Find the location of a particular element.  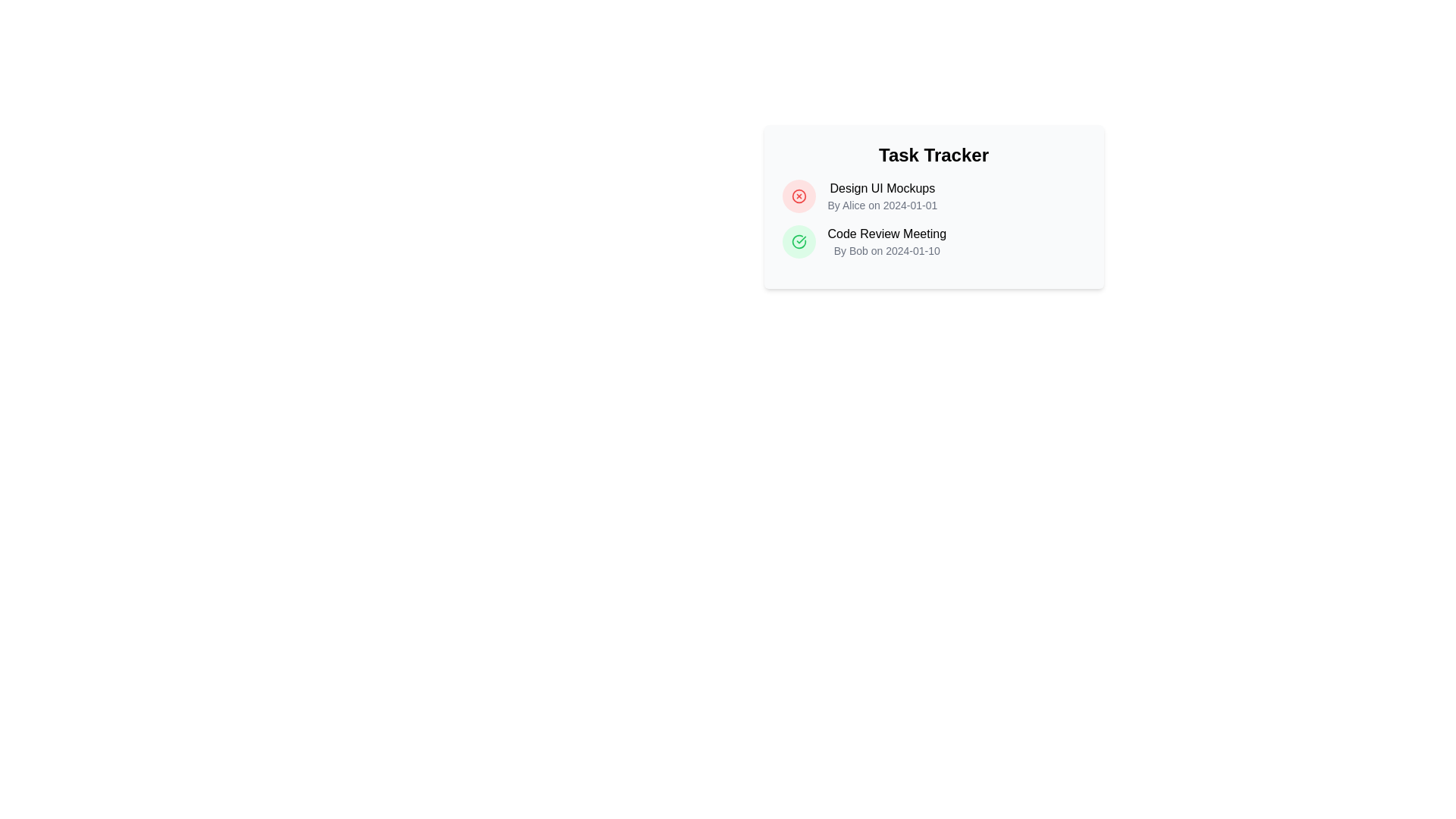

the circular icon with a light green background and a green checkmark symbol, indicating approval, located to the left of the text 'Code Review Meeting By Bob on 2024-01-10' is located at coordinates (798, 241).